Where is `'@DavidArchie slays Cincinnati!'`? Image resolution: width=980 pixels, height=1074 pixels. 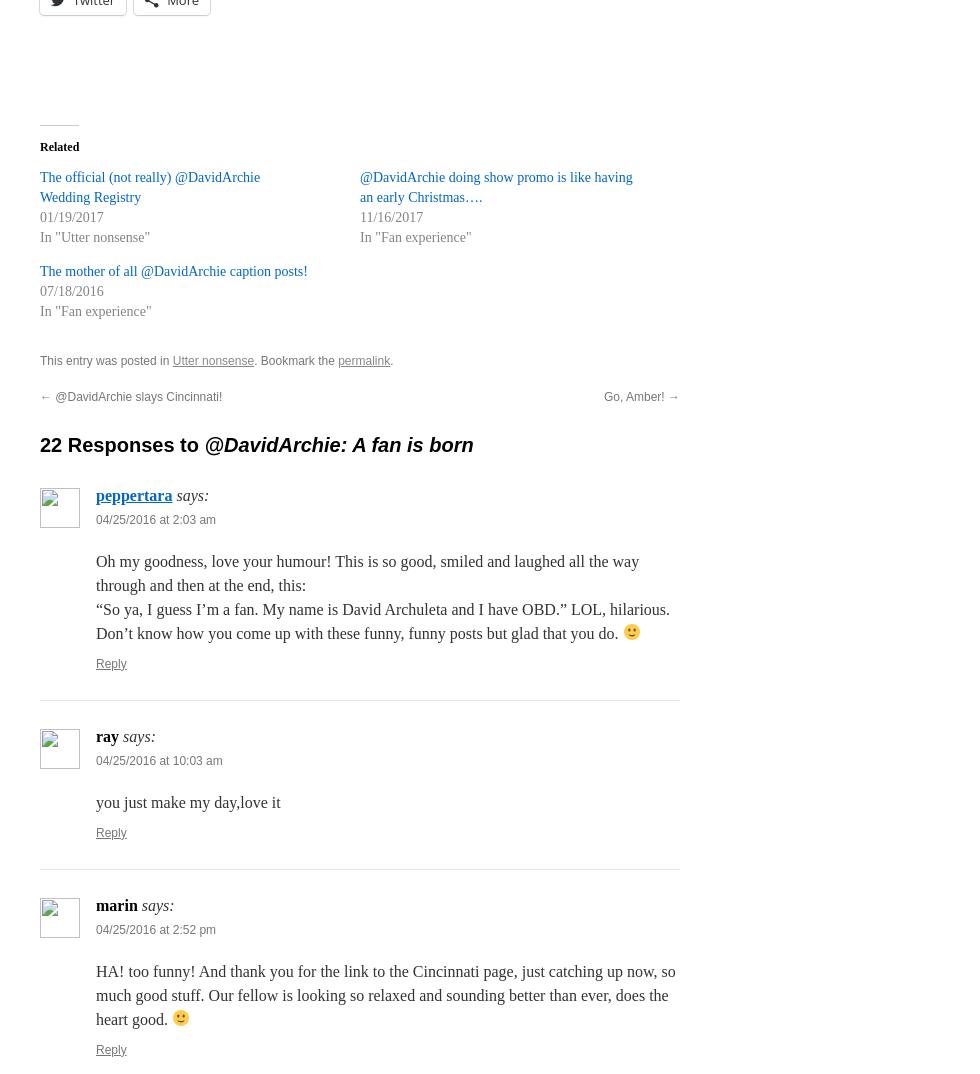 '@DavidArchie slays Cincinnati!' is located at coordinates (52, 395).